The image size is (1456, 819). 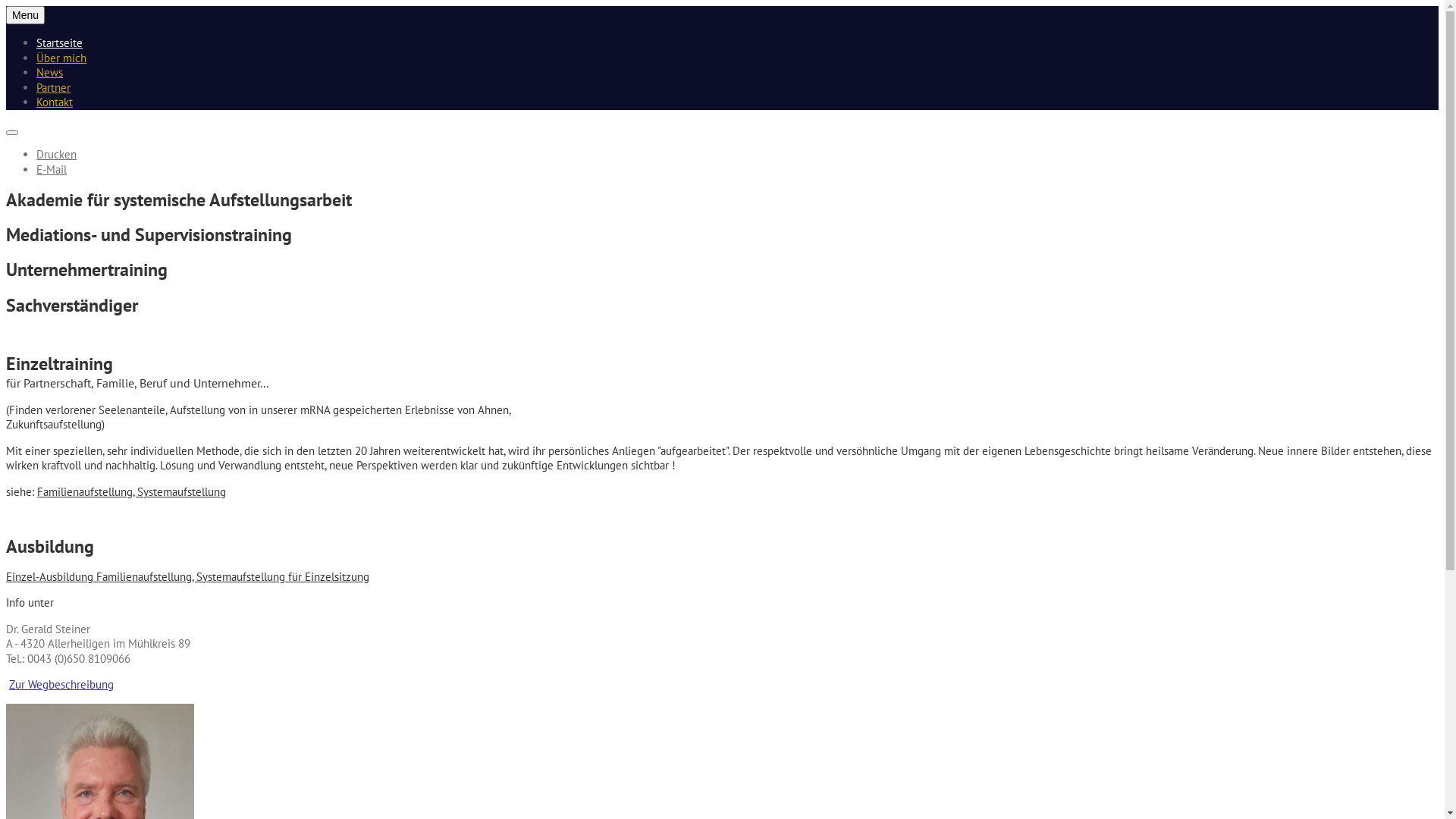 What do you see at coordinates (55, 102) in the screenshot?
I see `'Kontakt'` at bounding box center [55, 102].